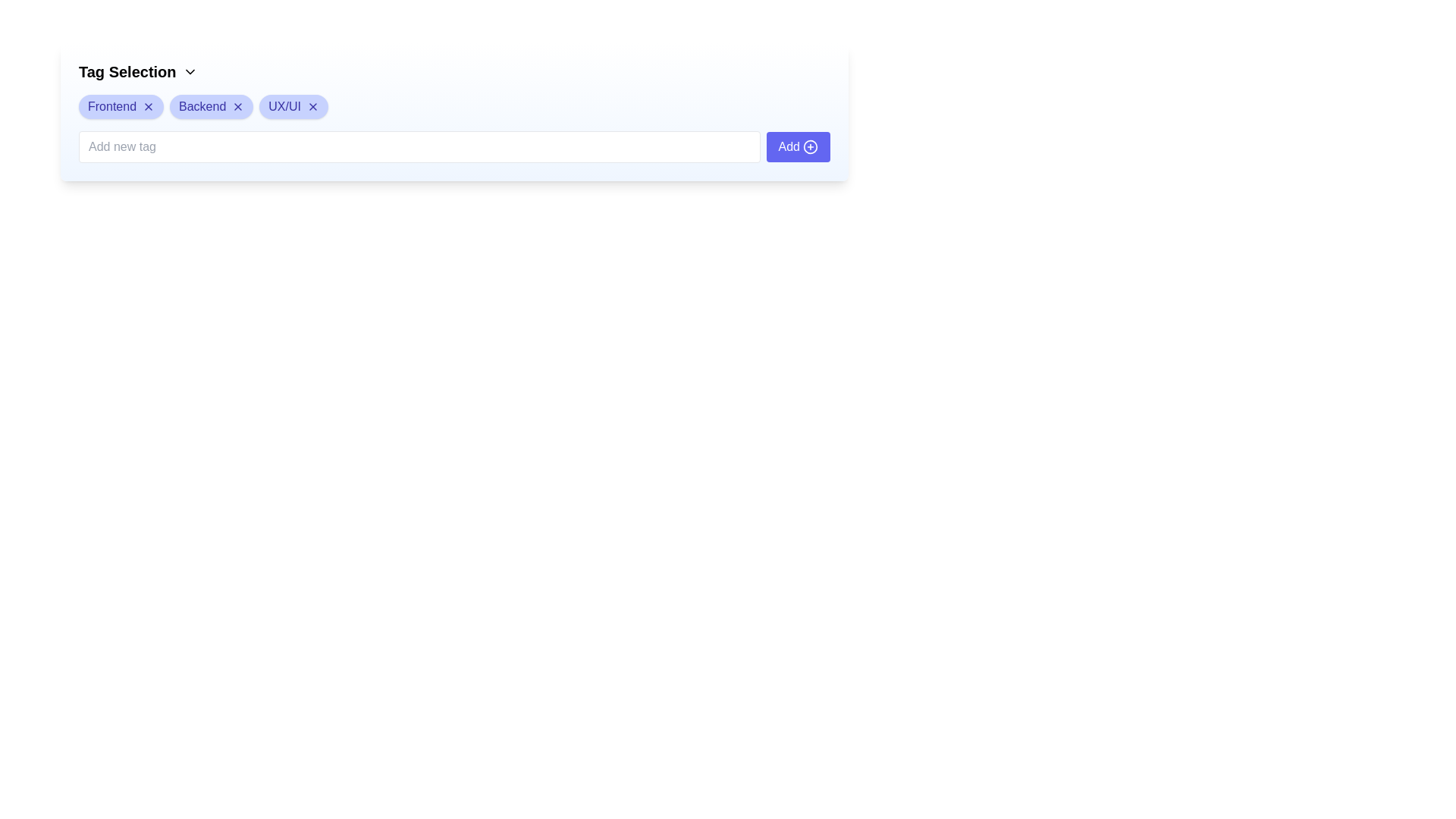  Describe the element at coordinates (810, 146) in the screenshot. I see `the circular icon with a '+' symbol, which has a blue outline and is located to the right of the 'Add' button` at that location.